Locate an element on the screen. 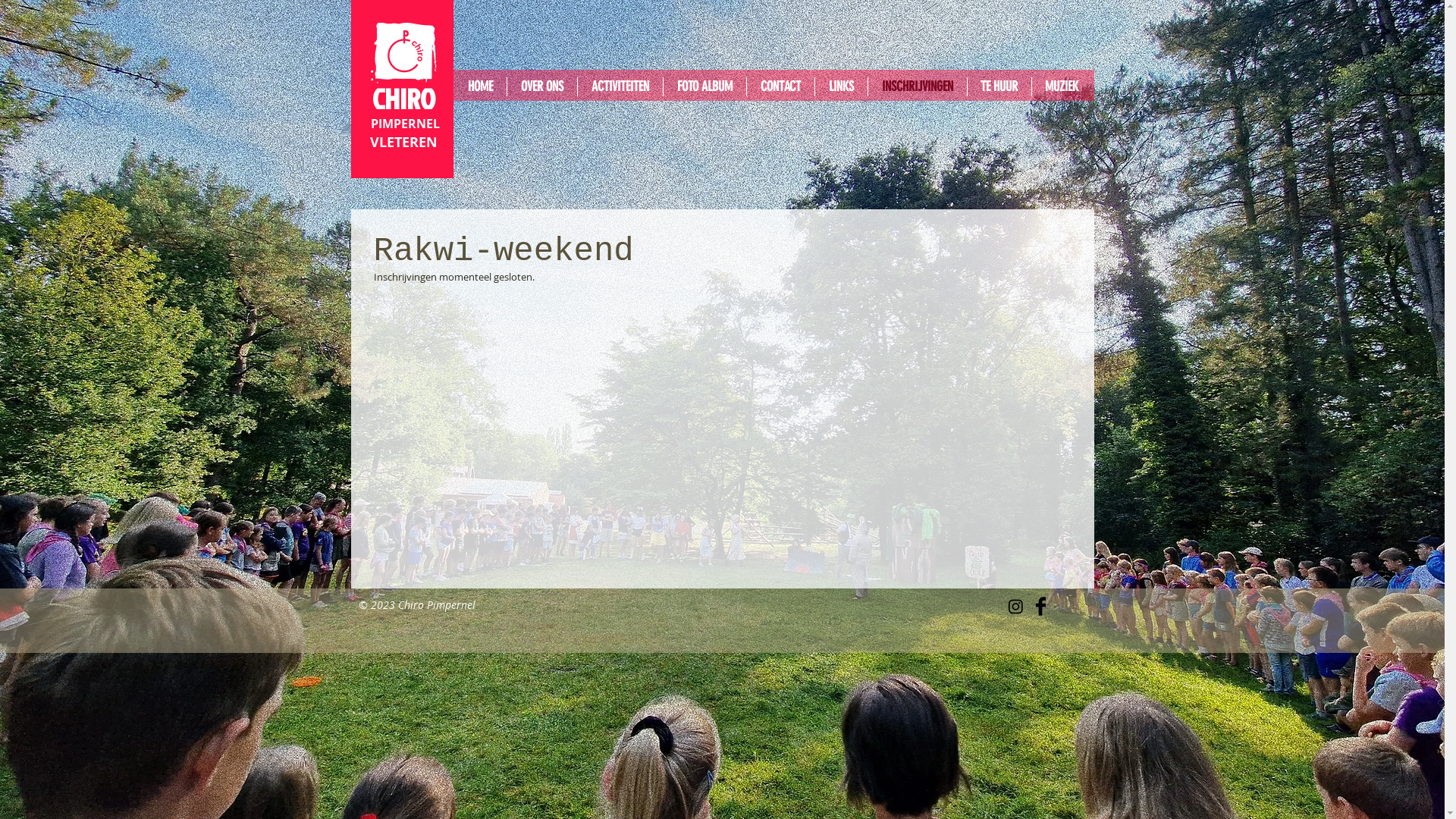 This screenshot has height=819, width=1456. 'Logo white.png' is located at coordinates (370, 52).